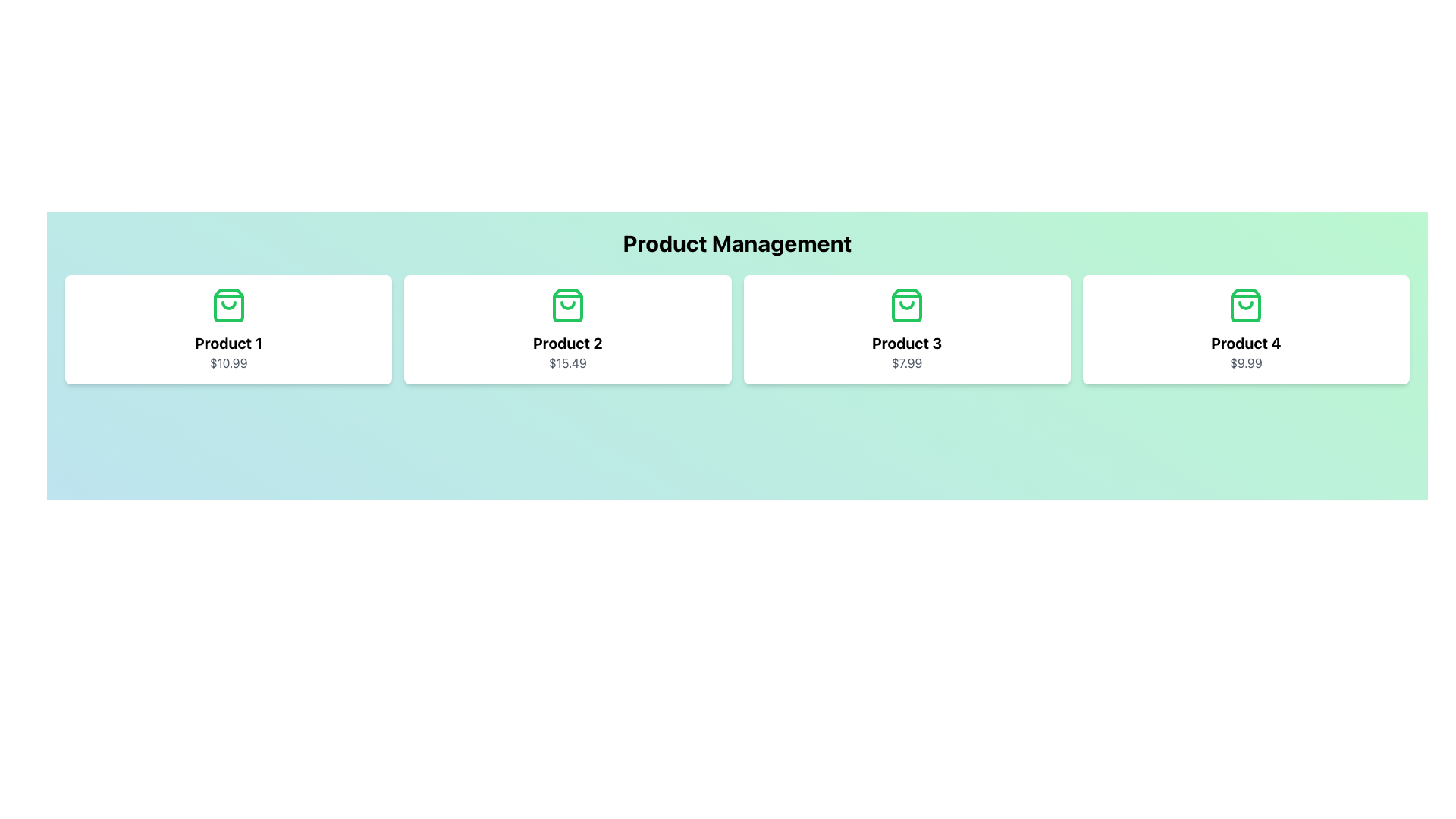 This screenshot has width=1456, height=819. Describe the element at coordinates (227, 305) in the screenshot. I see `shopping bag icon located at the top center of the 'Product 1' card, which is the first card in a horizontal row of four cards` at that location.